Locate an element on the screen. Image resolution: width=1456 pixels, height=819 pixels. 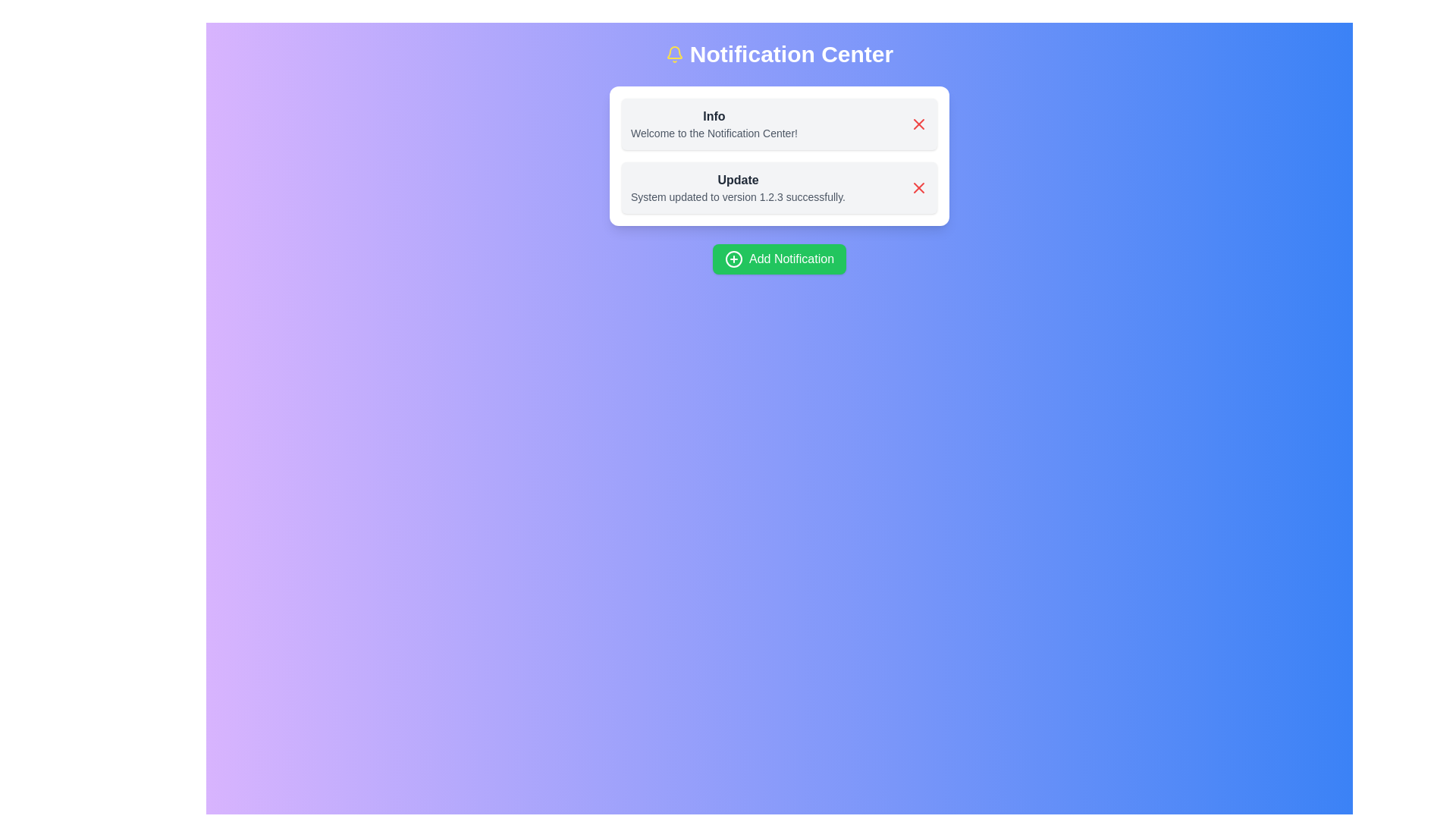
the circular icon with a green background and a white border that contains a plus sign, located to the left of the 'Add Notification' button is located at coordinates (734, 259).